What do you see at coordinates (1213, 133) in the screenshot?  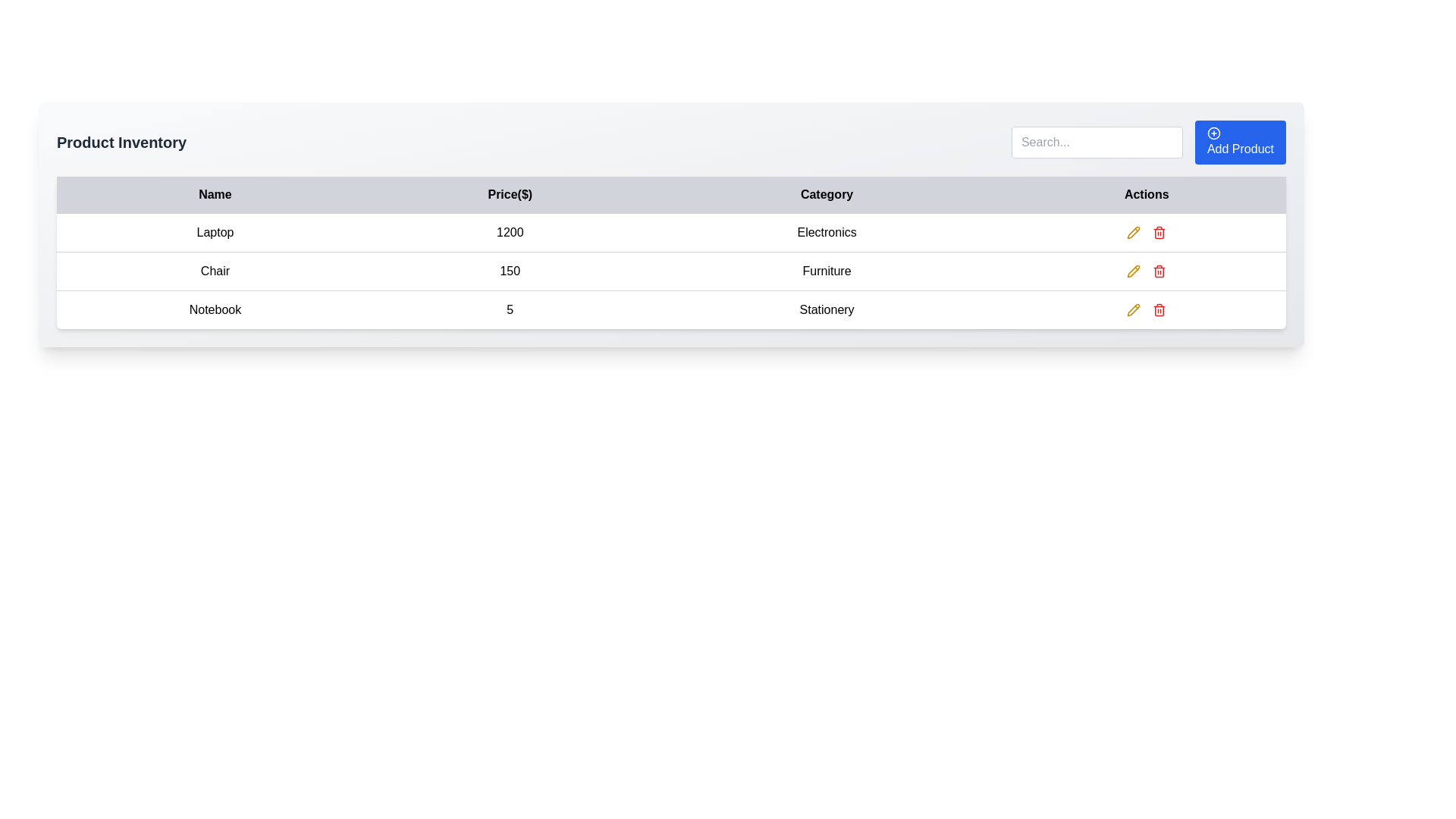 I see `the circular '+' icon outlined with a thin line, located to the left of the blue 'Add Product' button near the top-right corner of the interface` at bounding box center [1213, 133].